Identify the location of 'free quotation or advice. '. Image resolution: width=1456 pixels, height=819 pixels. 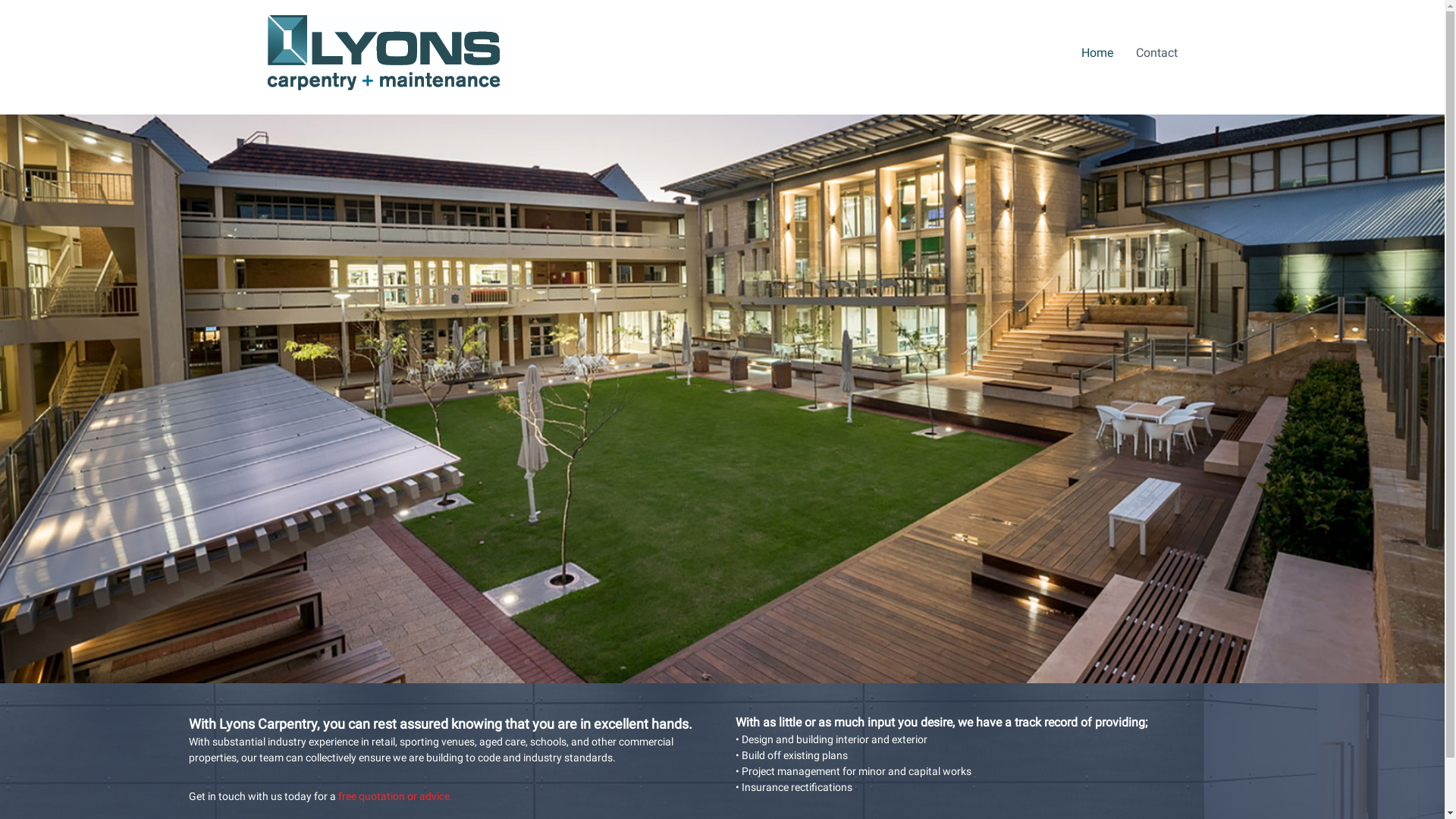
(397, 795).